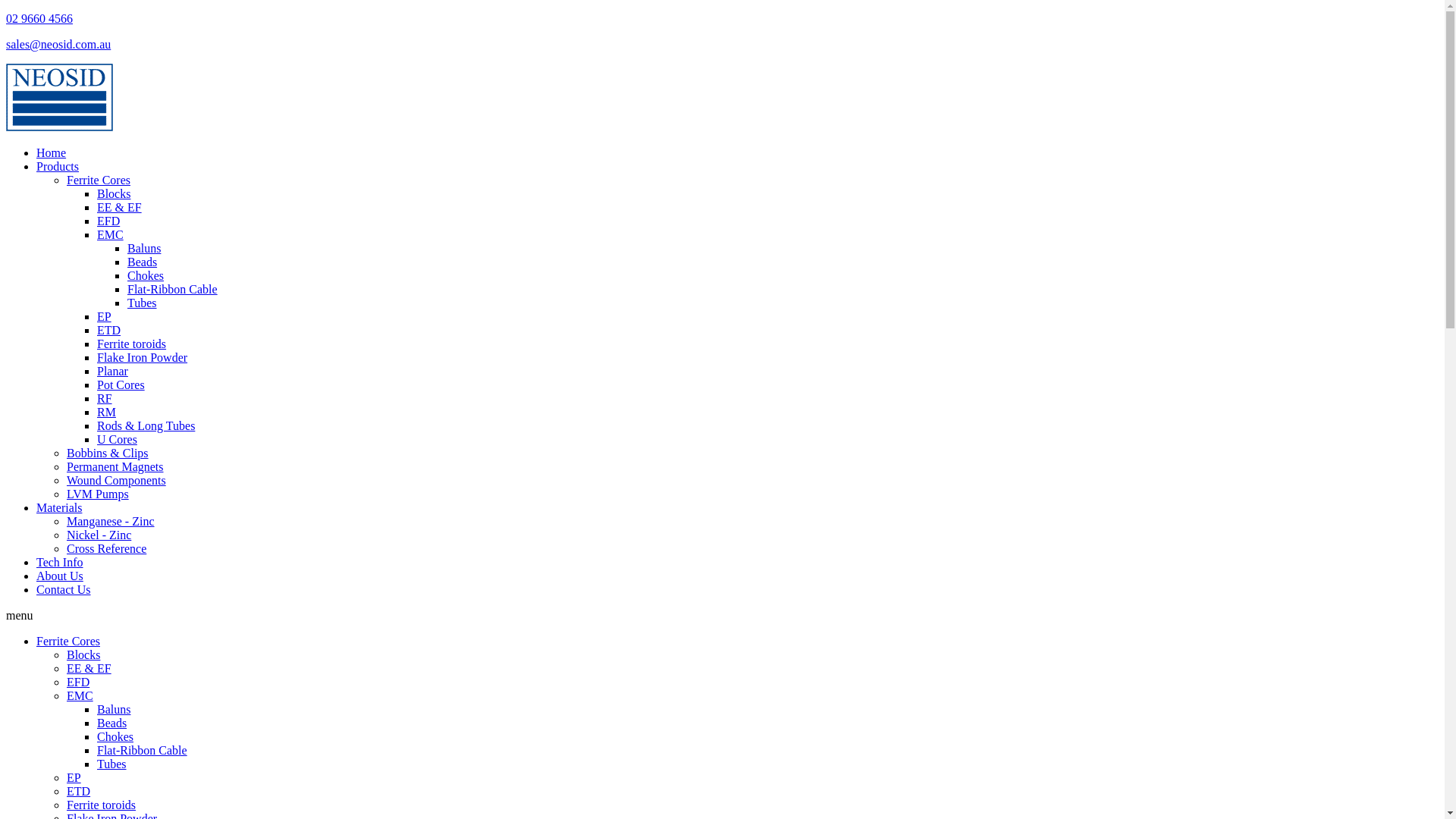 This screenshot has width=1456, height=819. What do you see at coordinates (107, 452) in the screenshot?
I see `'Bobbins & Clips'` at bounding box center [107, 452].